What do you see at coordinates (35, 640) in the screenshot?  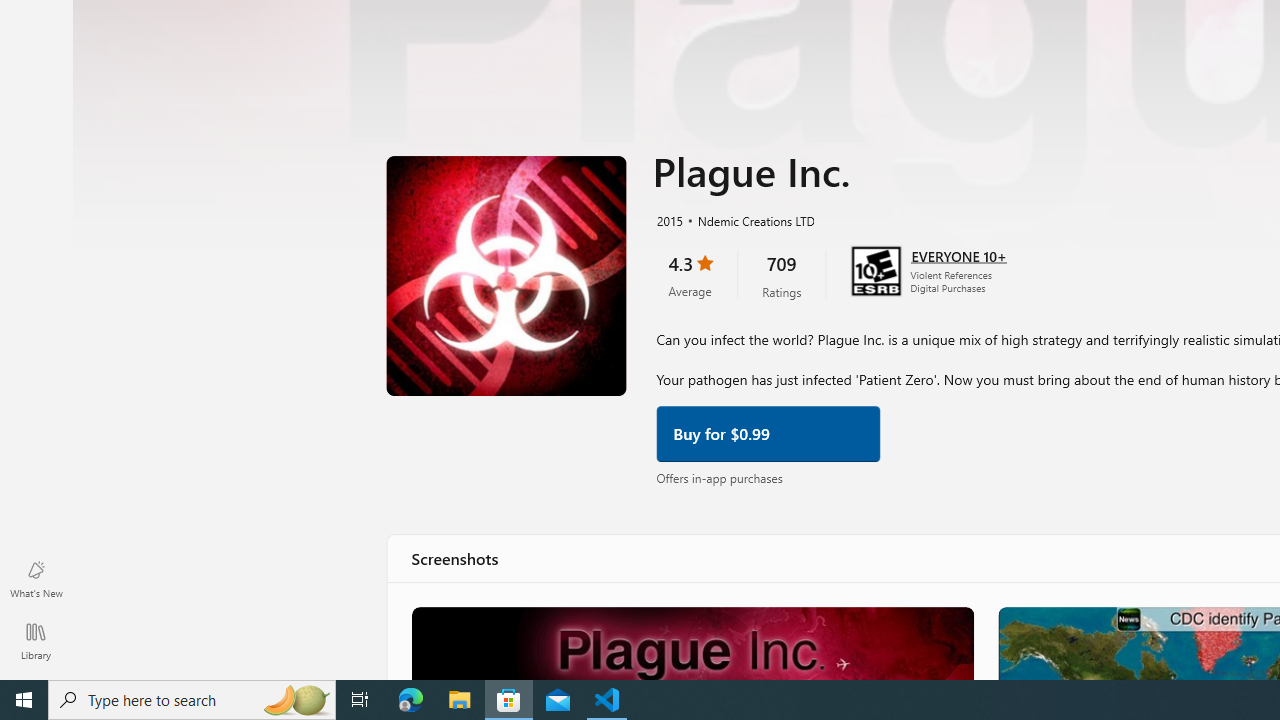 I see `'Library'` at bounding box center [35, 640].